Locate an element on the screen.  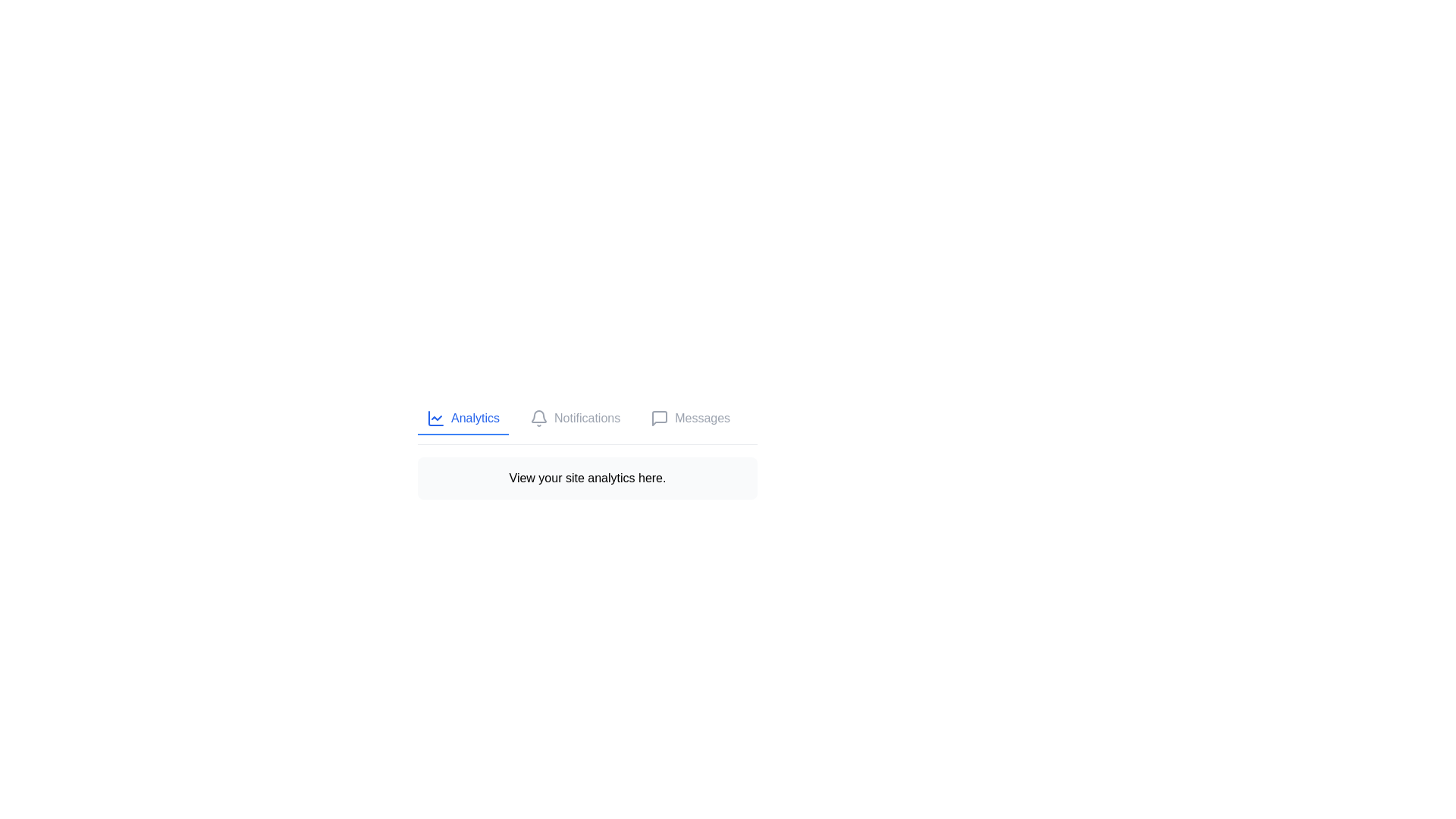
the Messages tab by clicking on its button is located at coordinates (690, 419).